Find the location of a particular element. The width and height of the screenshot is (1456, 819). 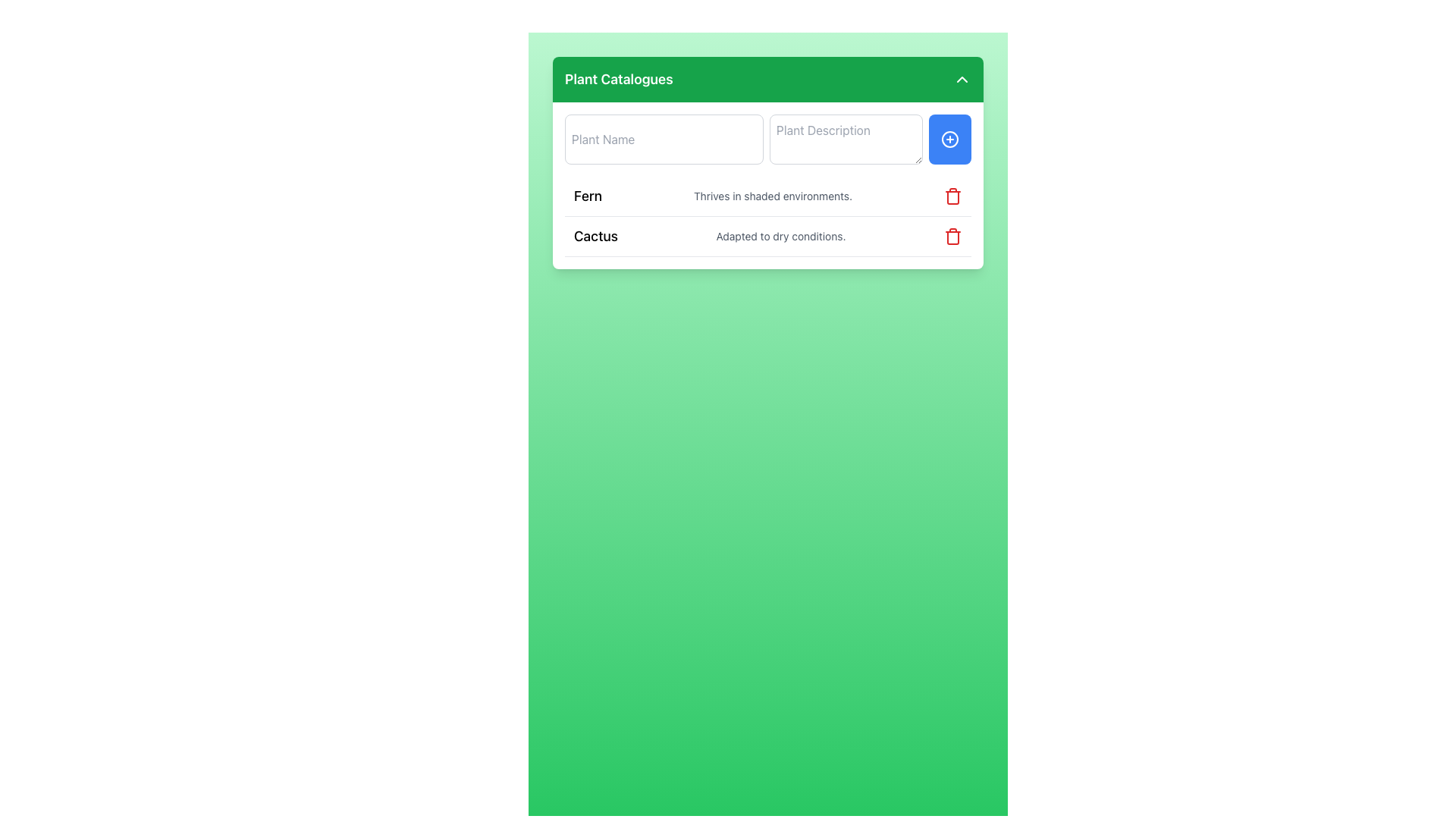

the static header text label for 'Plant Catalogues', located in the top-left portion of the green header section is located at coordinates (619, 79).